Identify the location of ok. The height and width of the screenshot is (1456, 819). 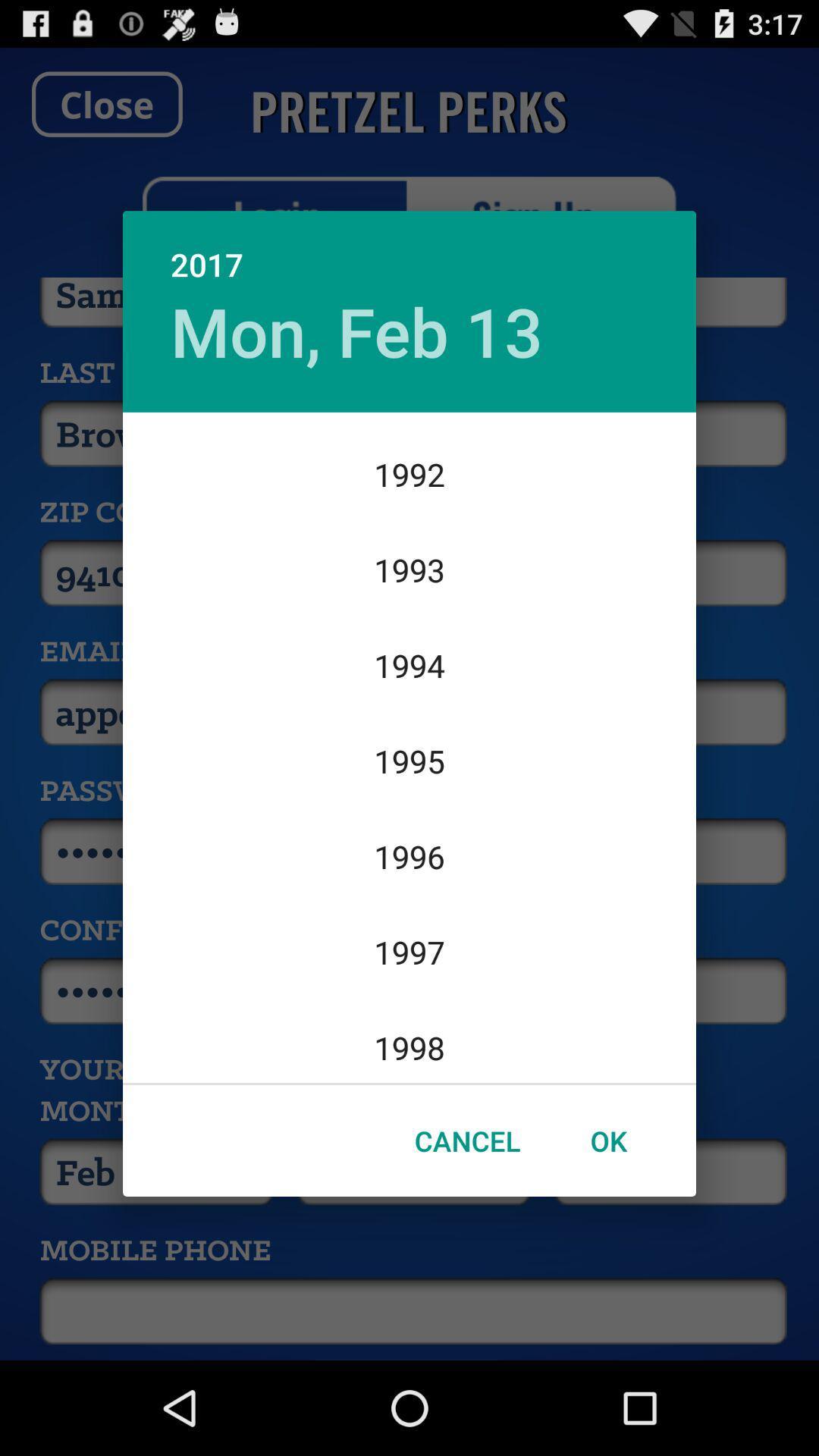
(607, 1141).